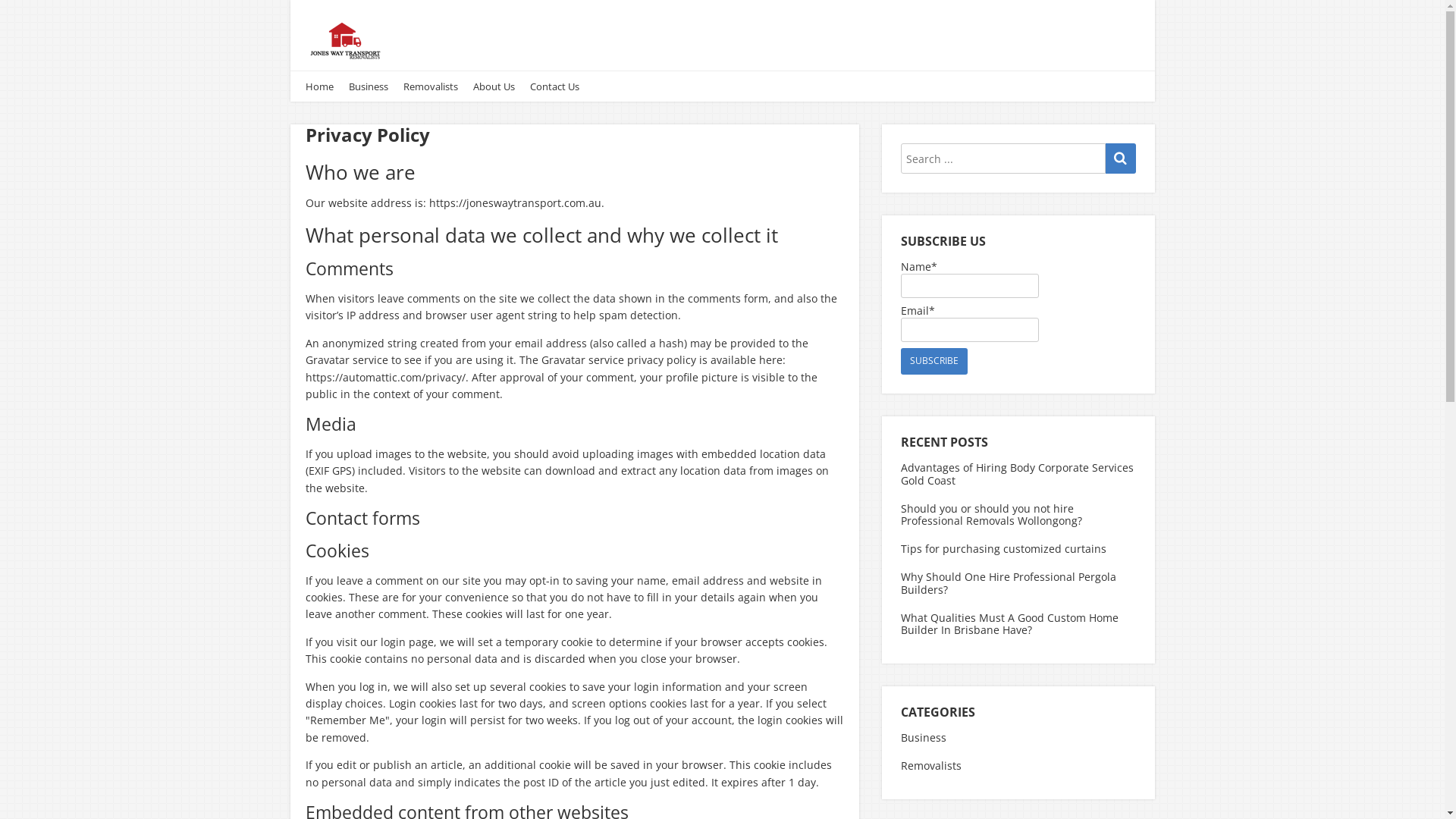 The width and height of the screenshot is (1456, 819). What do you see at coordinates (553, 86) in the screenshot?
I see `'Contact Us'` at bounding box center [553, 86].